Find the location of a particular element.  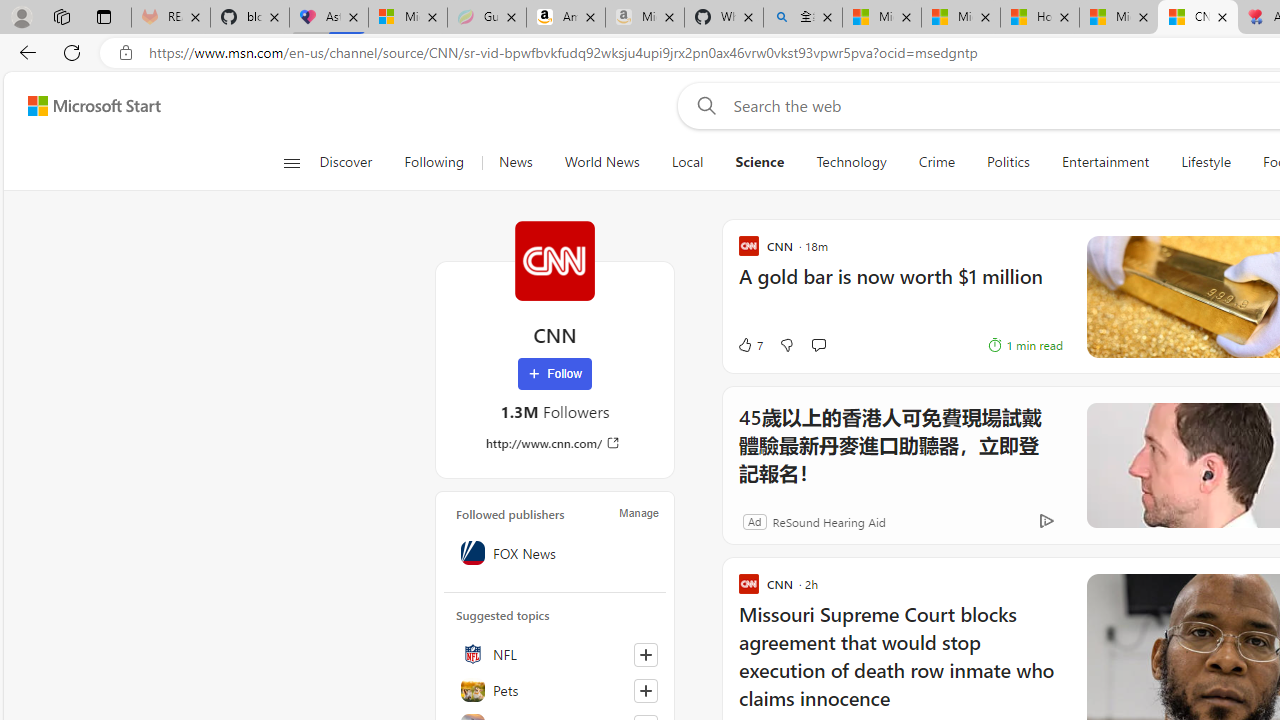

'Entertainment' is located at coordinates (1104, 162).